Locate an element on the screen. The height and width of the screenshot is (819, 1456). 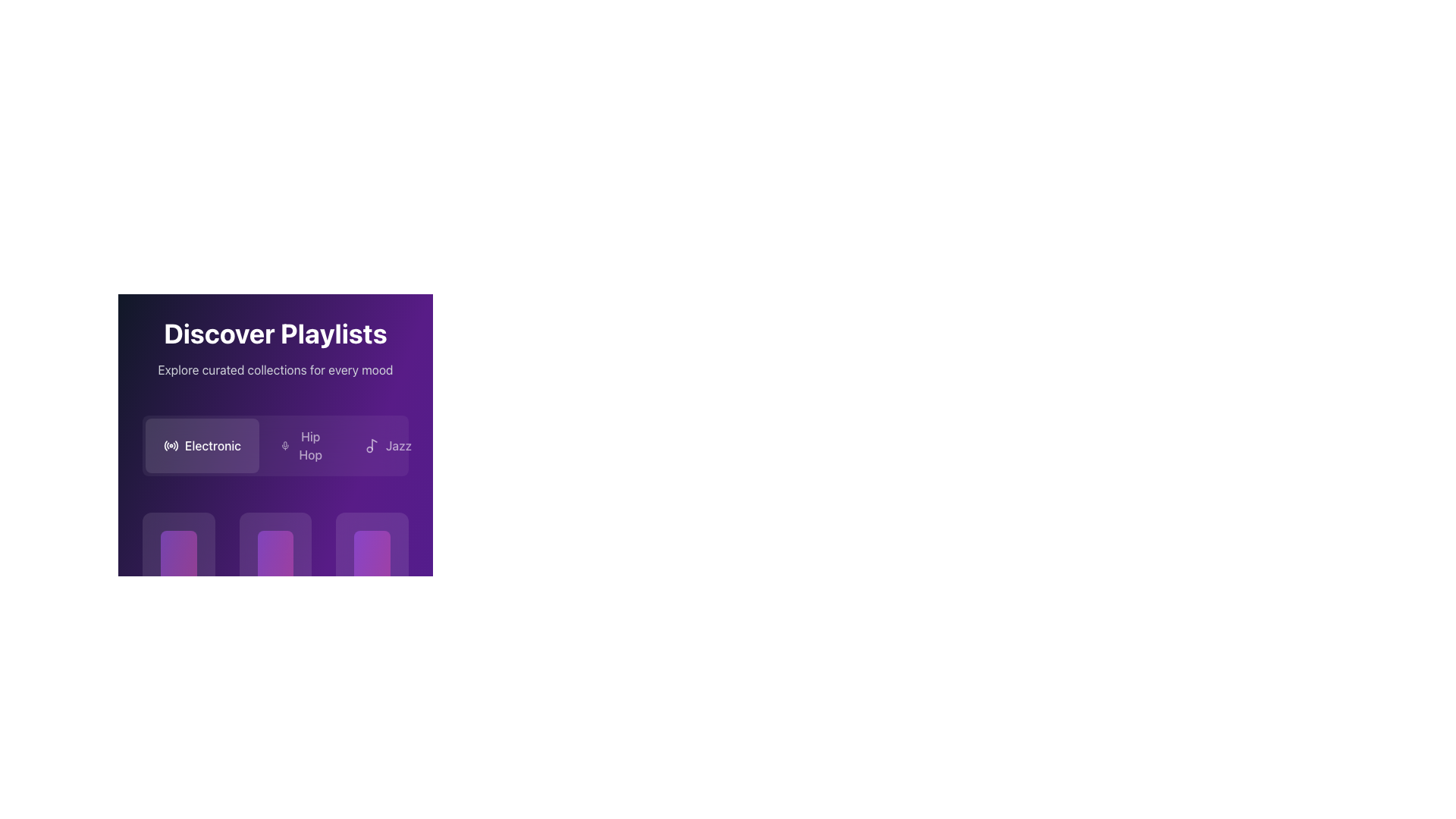
the 'Electronic' button, which is the leftmost button in a group of four horizontally aligned buttons located below the title 'Discover Playlists' is located at coordinates (202, 444).